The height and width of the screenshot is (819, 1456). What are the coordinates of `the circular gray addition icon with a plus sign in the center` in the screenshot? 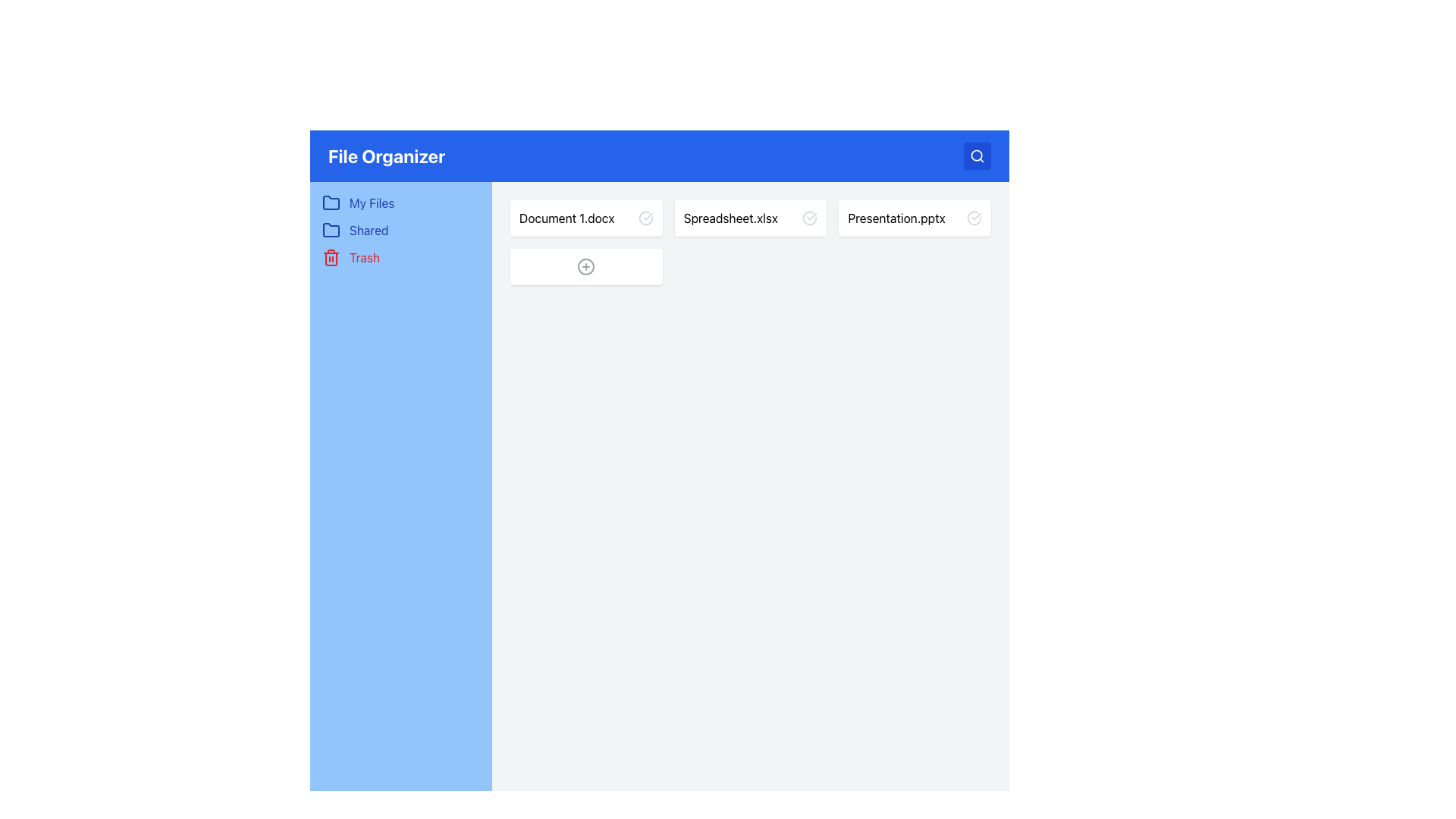 It's located at (585, 265).